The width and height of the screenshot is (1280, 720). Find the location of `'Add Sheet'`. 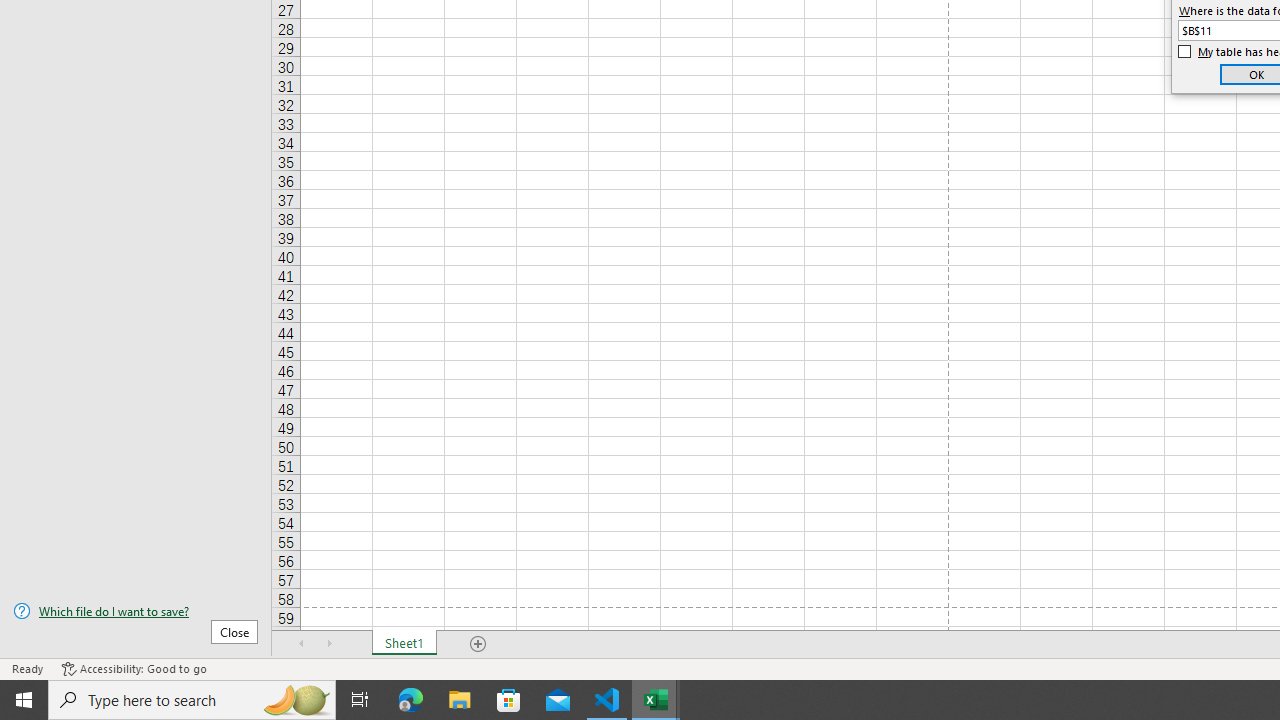

'Add Sheet' is located at coordinates (477, 644).